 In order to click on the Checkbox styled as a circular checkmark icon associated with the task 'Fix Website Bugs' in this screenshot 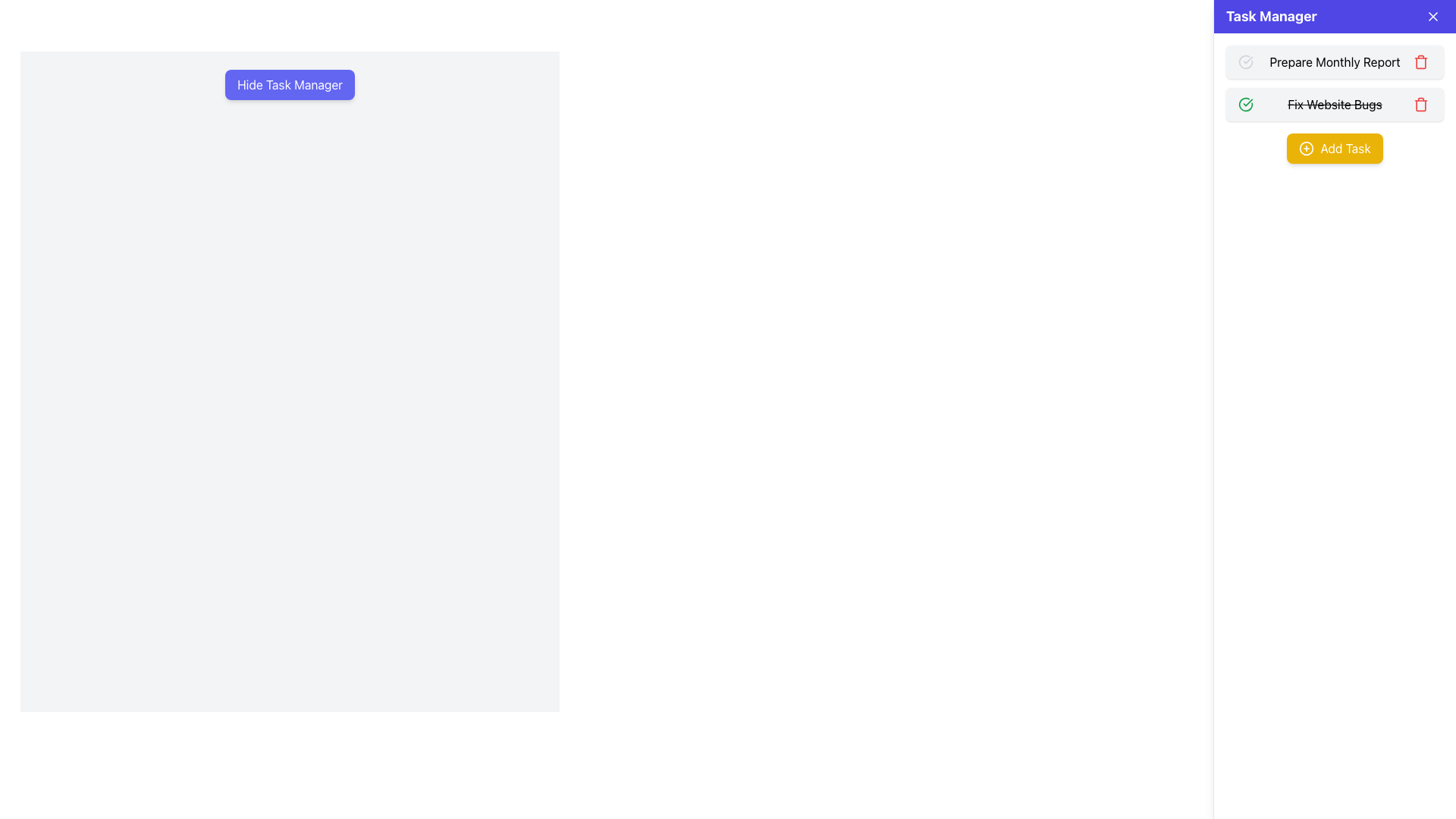, I will do `click(1245, 104)`.